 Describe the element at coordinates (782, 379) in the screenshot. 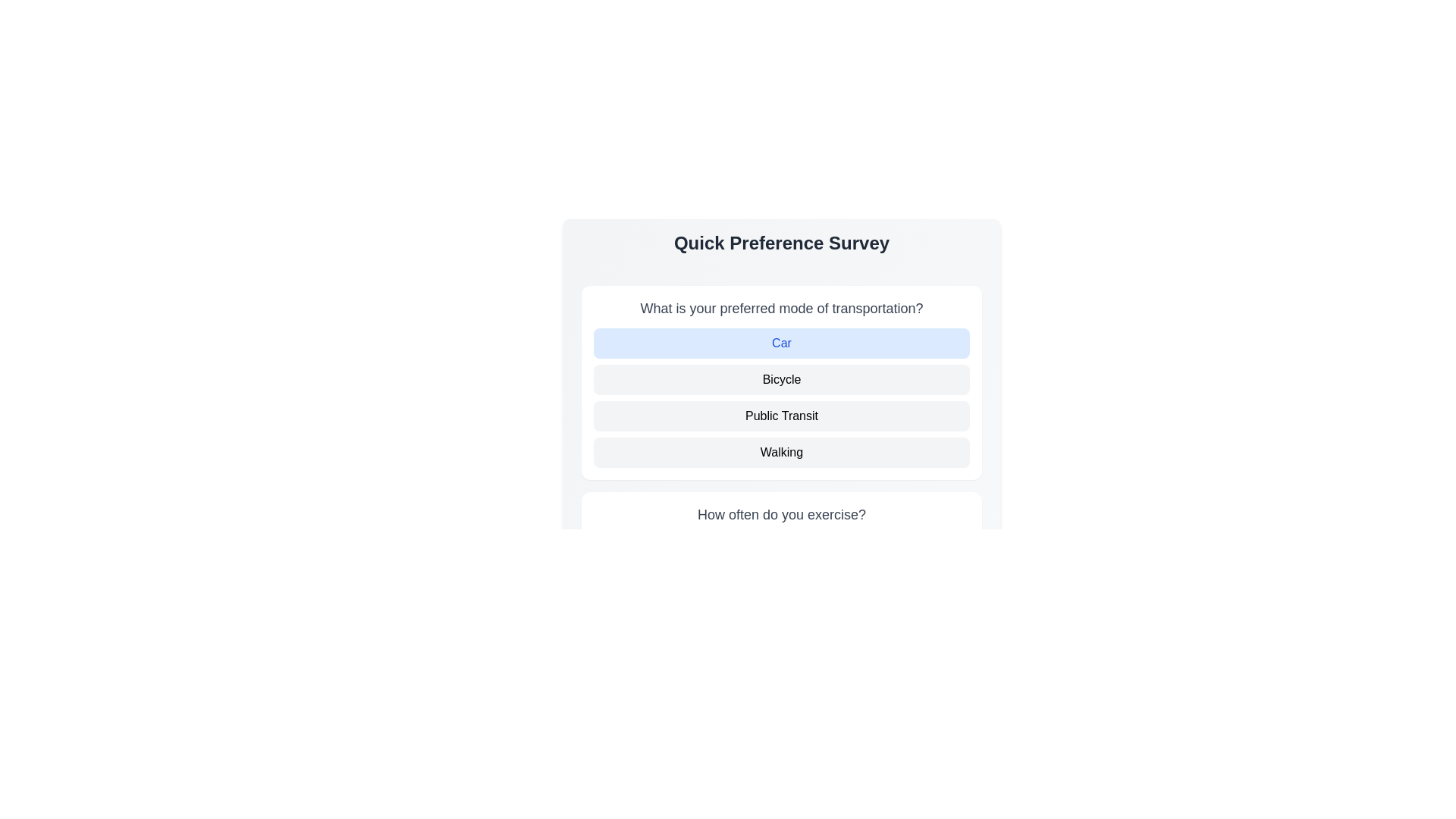

I see `the 'Bicycle' button, which is a horizontally elongated, light gray button with rounded corners, located centrally in a group of four buttons` at that location.